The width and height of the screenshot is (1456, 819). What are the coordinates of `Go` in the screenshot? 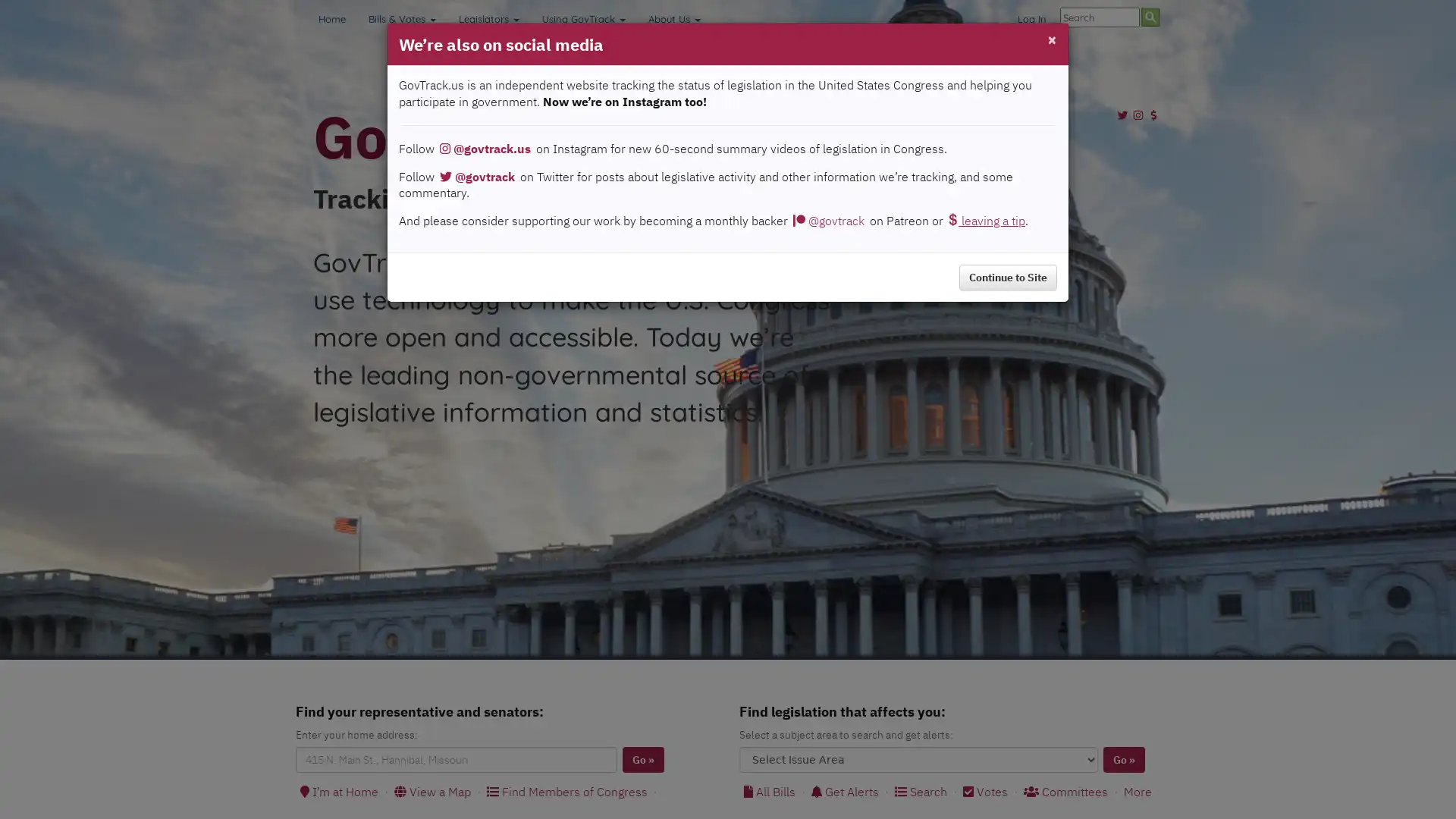 It's located at (1124, 759).